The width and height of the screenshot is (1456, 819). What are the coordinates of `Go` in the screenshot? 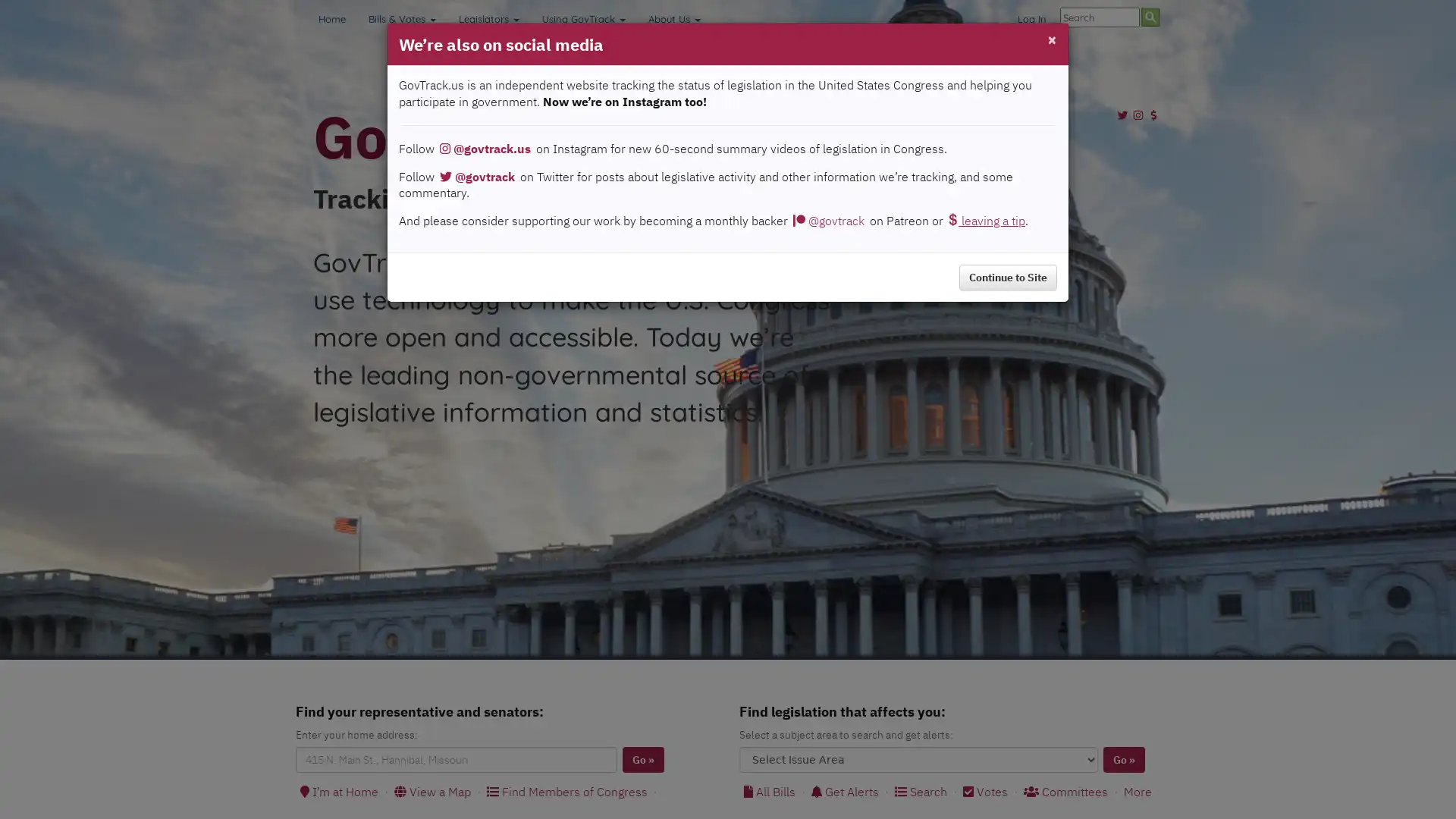 It's located at (1124, 759).